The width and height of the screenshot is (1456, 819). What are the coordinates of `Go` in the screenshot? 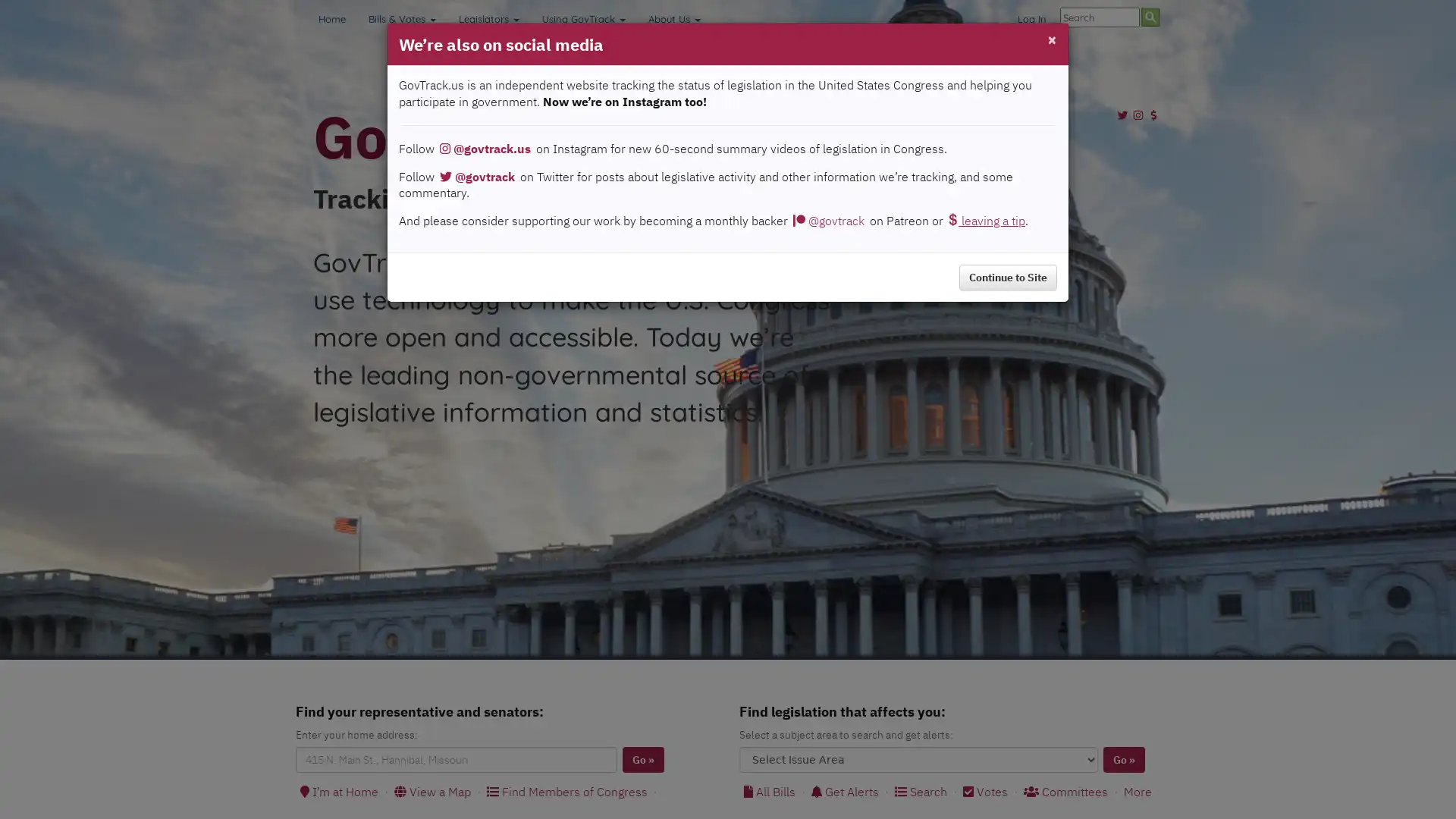 It's located at (1124, 759).